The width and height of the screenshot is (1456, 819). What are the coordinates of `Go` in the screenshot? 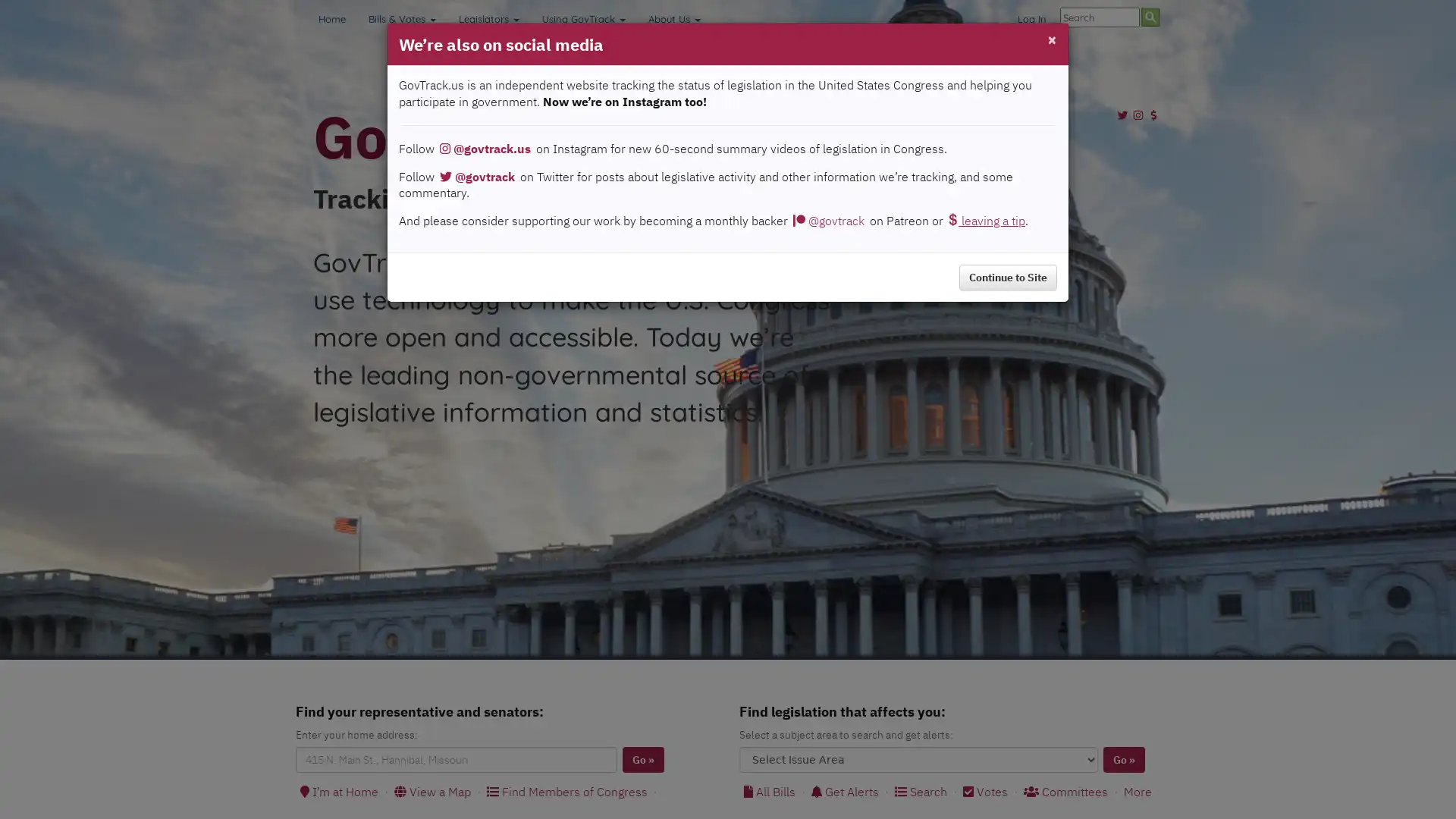 It's located at (1124, 759).